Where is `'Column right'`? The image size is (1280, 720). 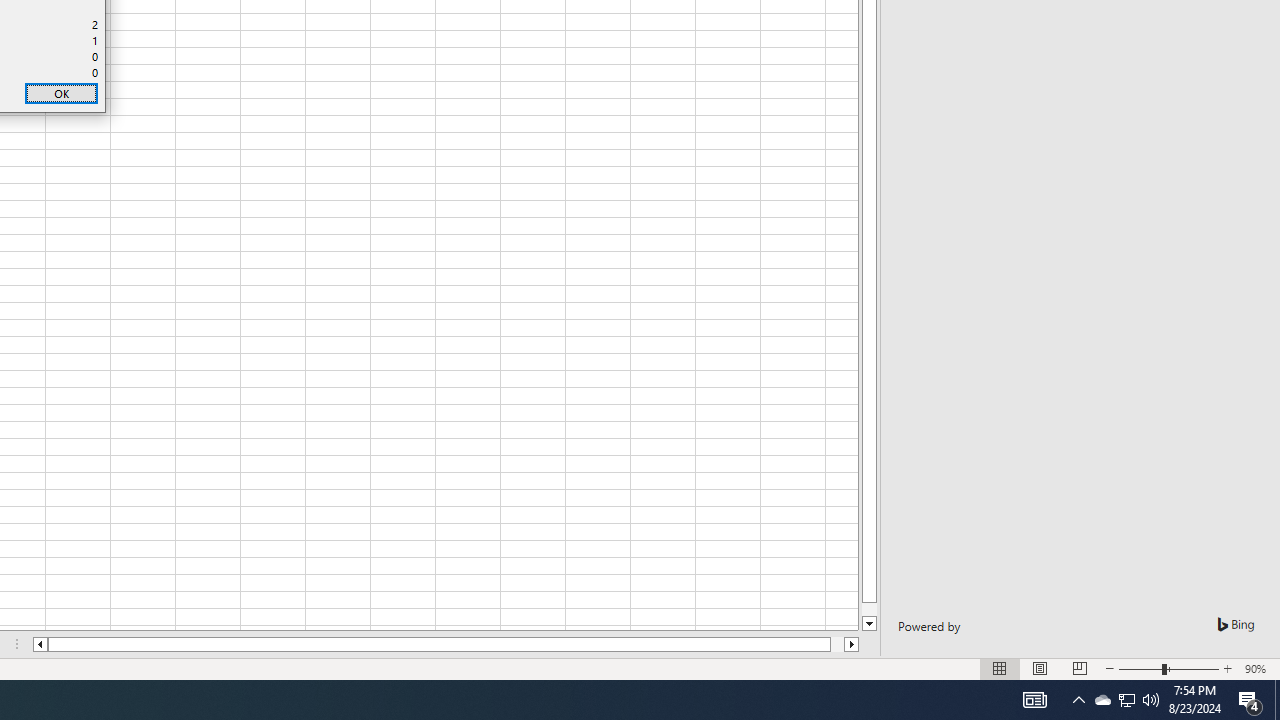
'Column right' is located at coordinates (852, 644).